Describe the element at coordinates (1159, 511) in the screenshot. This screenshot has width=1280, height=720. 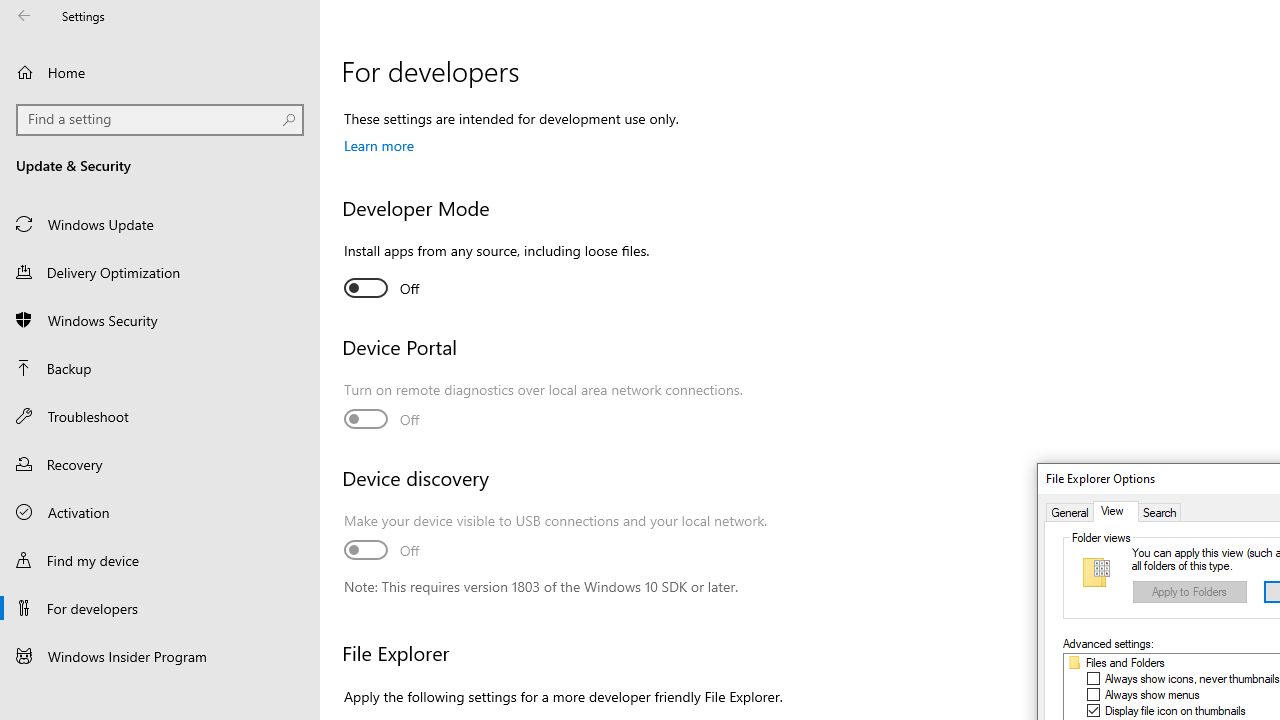
I see `'Search'` at that location.